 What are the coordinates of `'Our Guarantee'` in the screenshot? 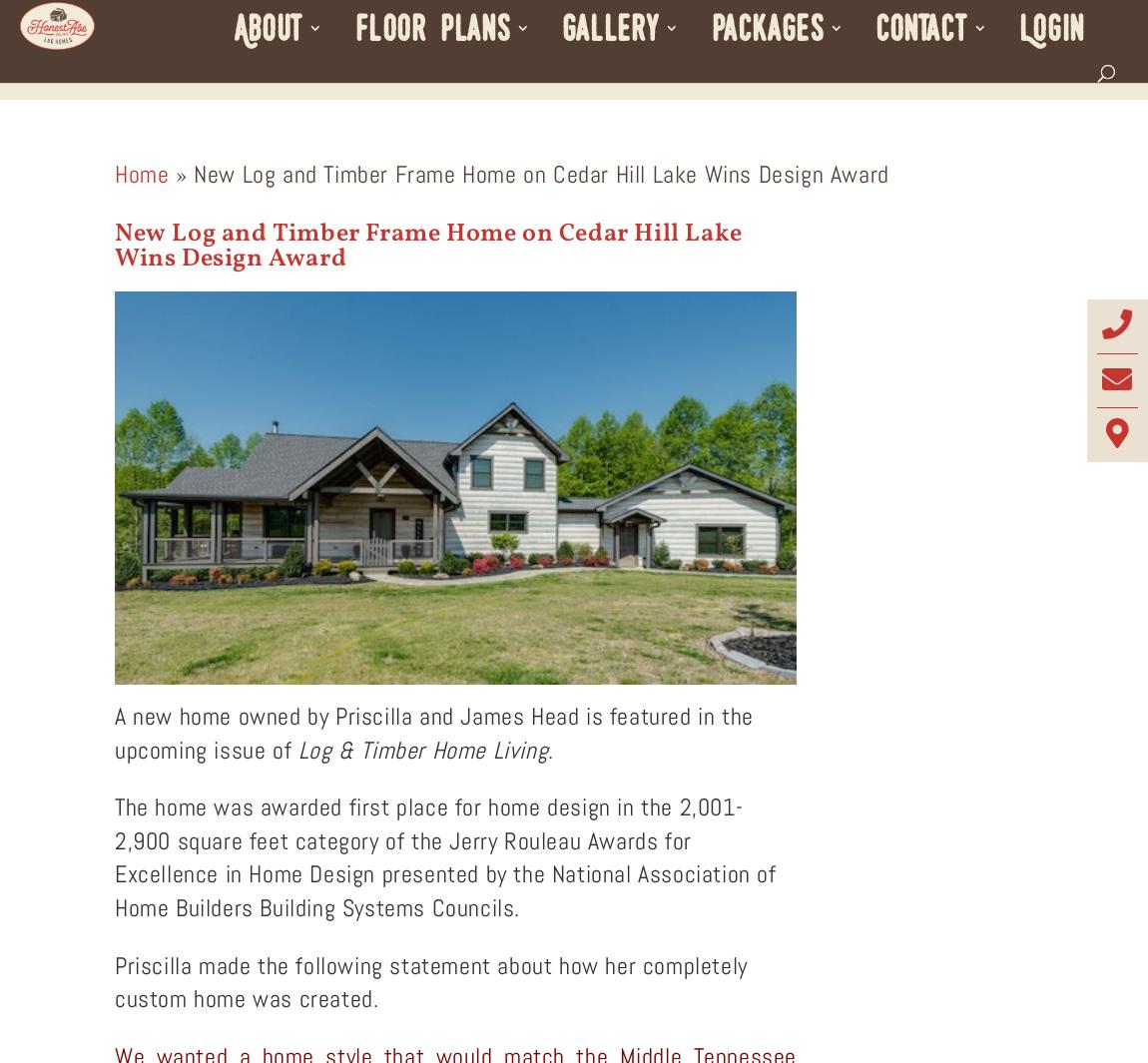 It's located at (801, 286).